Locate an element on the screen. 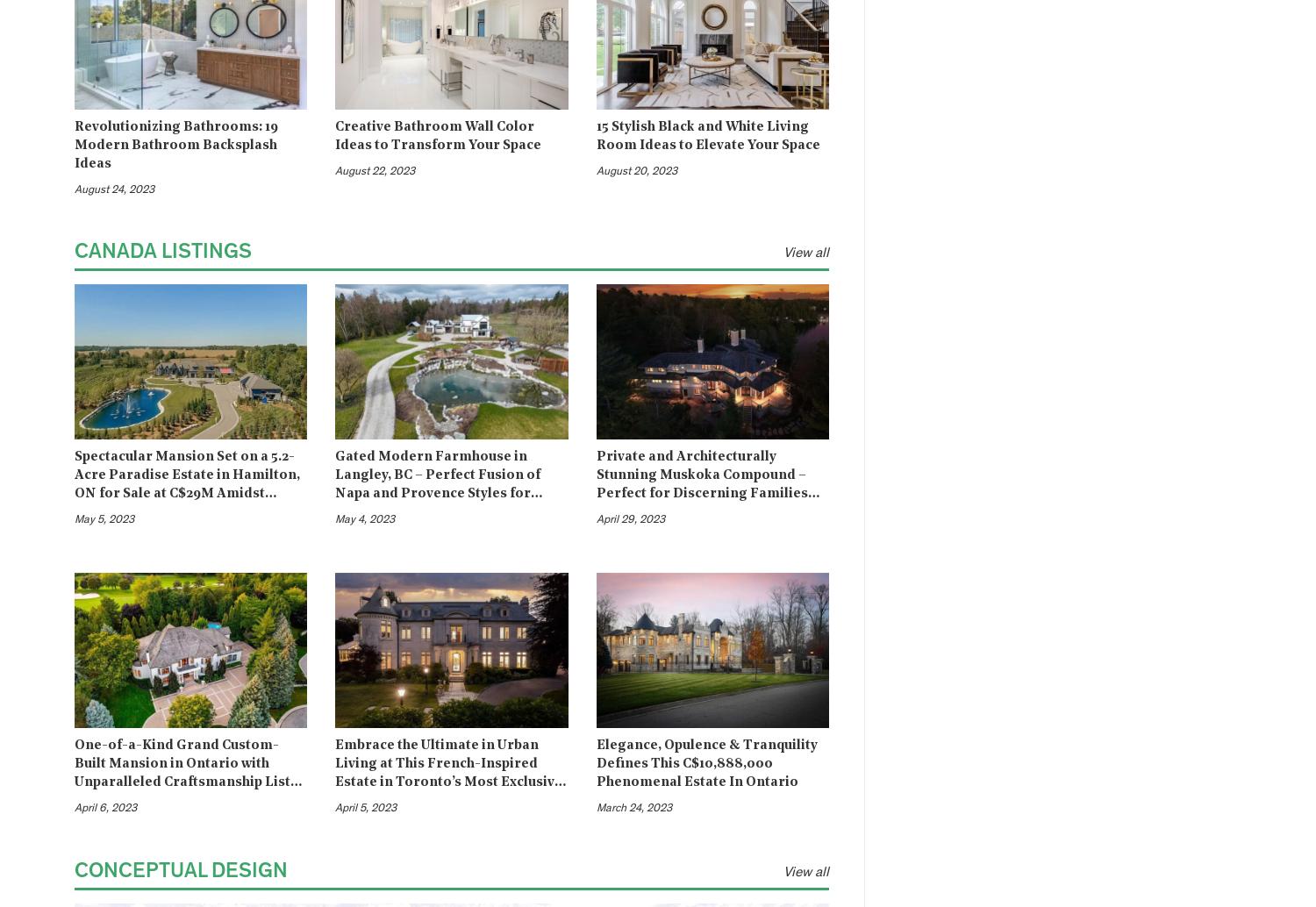  'Conceptual Design' is located at coordinates (180, 870).